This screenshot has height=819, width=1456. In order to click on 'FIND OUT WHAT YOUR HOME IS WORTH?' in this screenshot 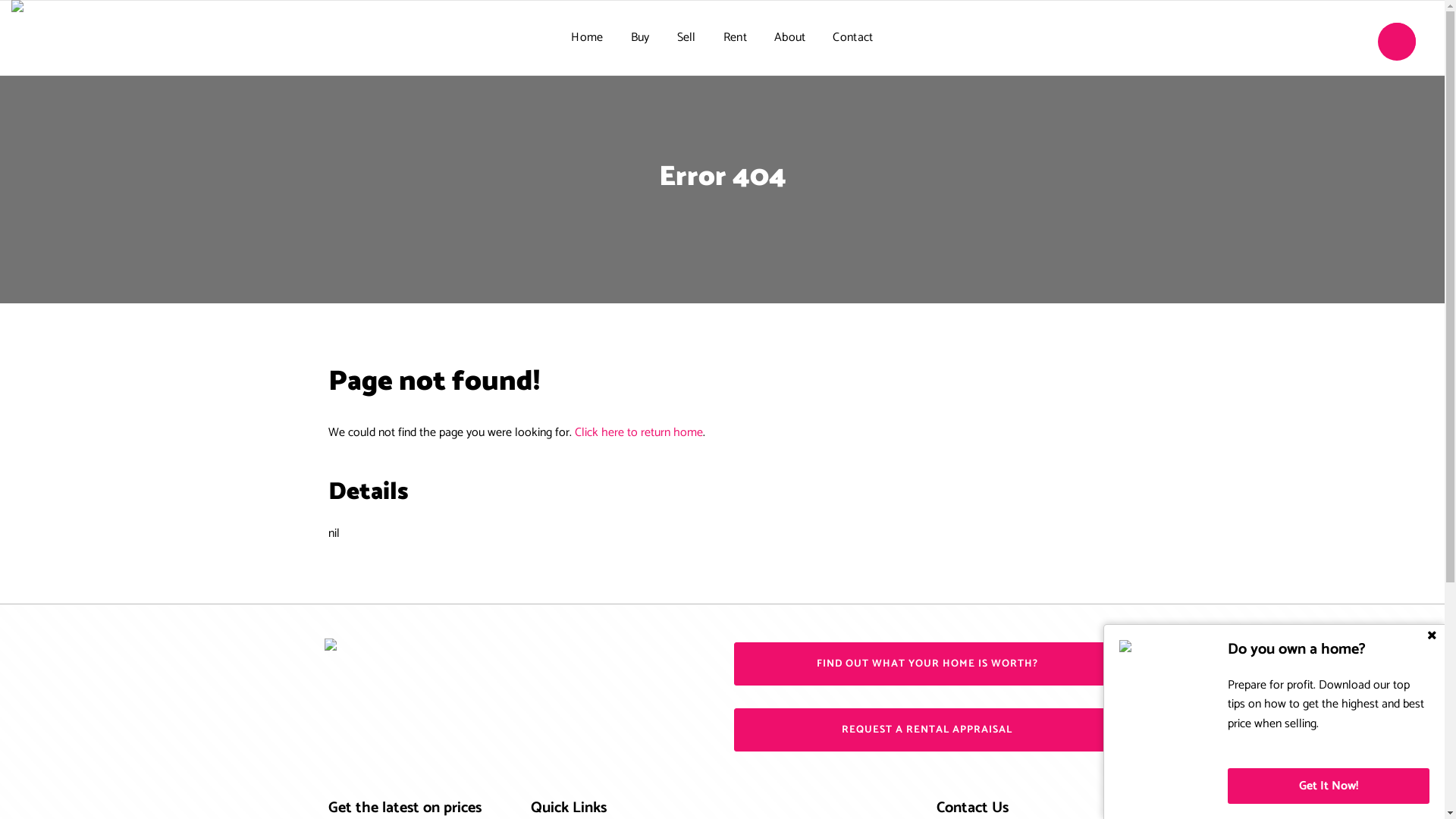, I will do `click(927, 663)`.